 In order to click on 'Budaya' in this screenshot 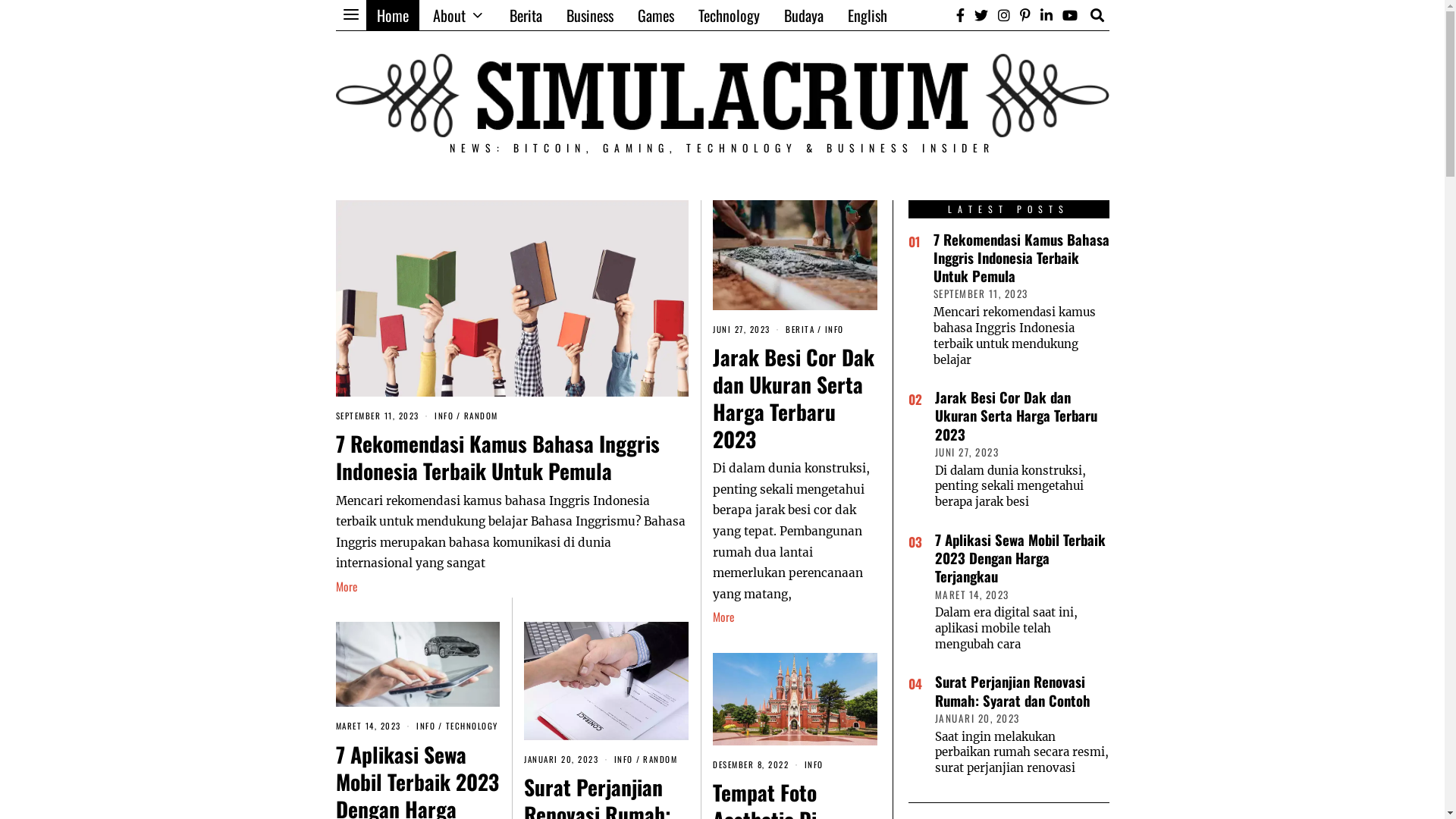, I will do `click(803, 14)`.